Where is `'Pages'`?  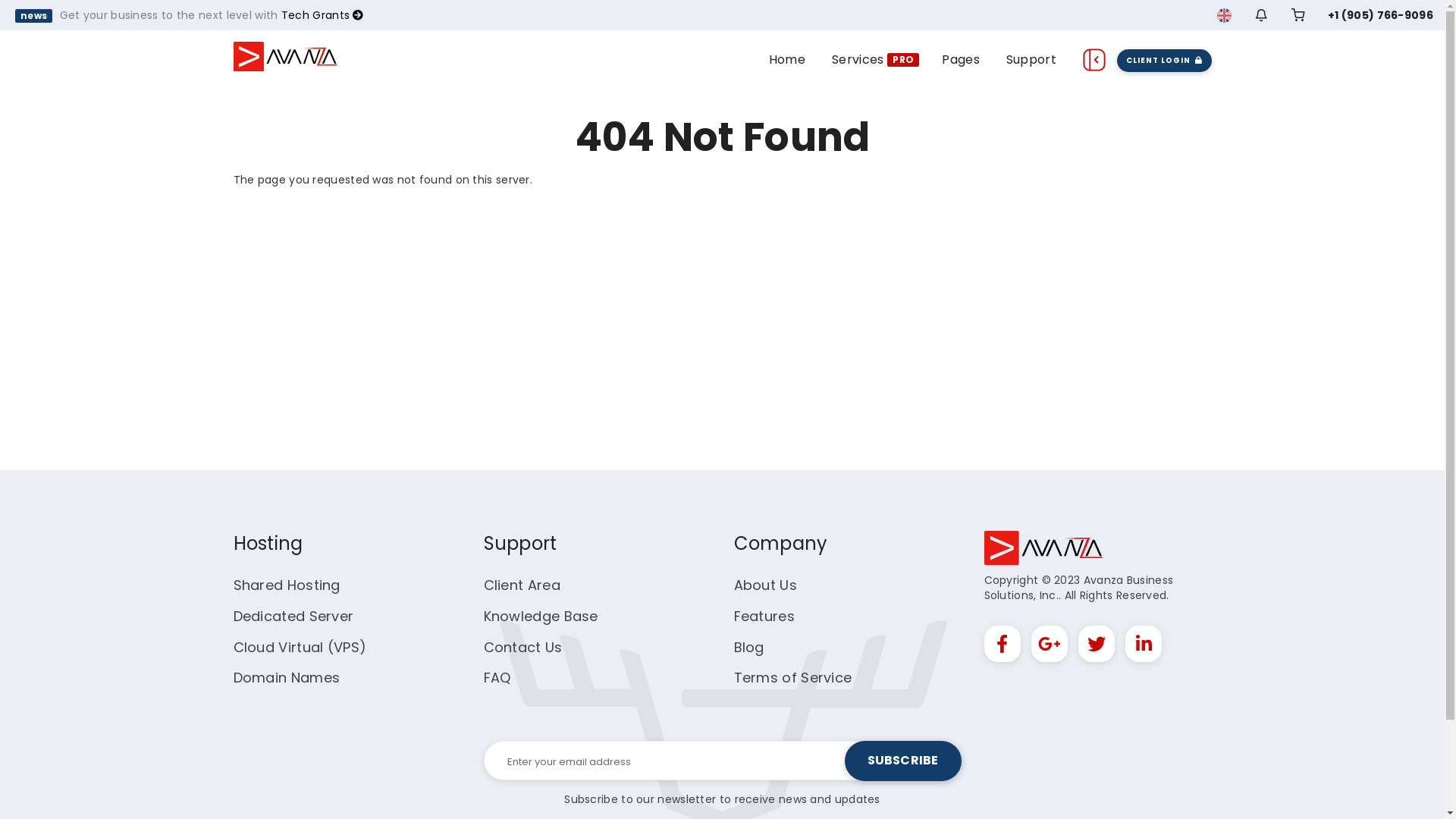
'Pages' is located at coordinates (960, 58).